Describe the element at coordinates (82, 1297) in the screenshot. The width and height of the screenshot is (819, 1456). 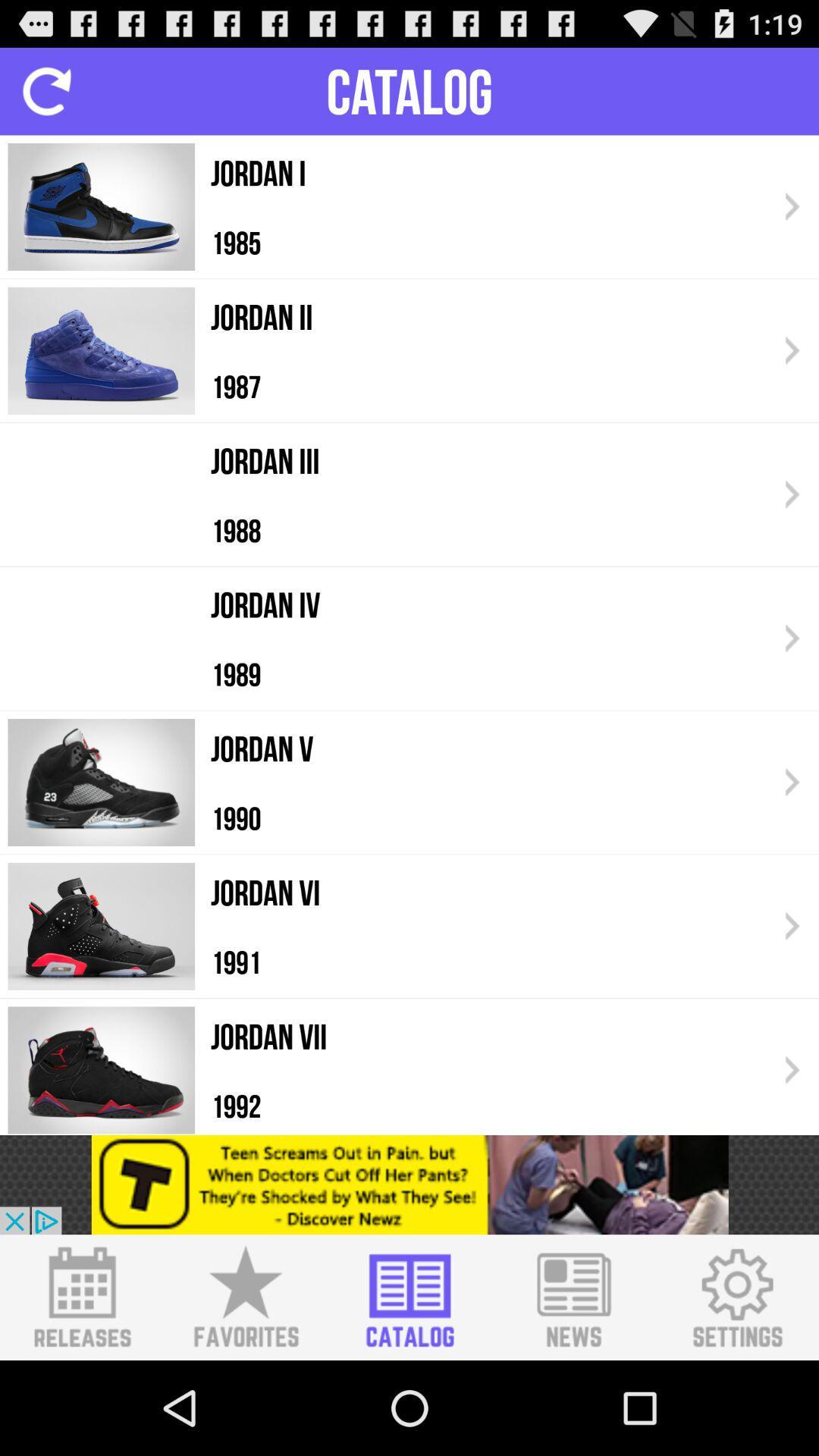
I see `switch new releases` at that location.